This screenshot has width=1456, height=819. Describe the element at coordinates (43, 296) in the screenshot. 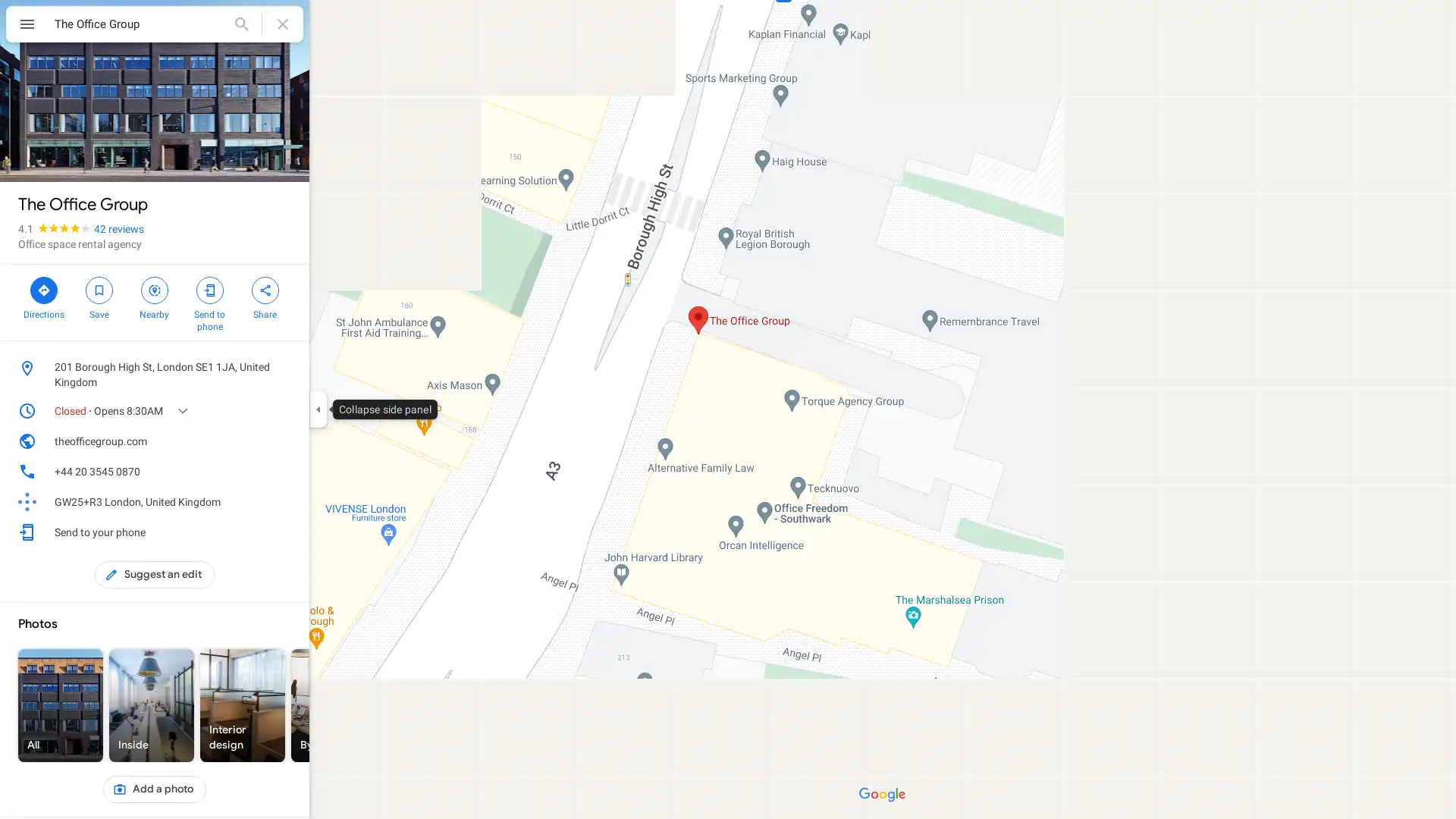

I see `Directions to The Office Group` at that location.